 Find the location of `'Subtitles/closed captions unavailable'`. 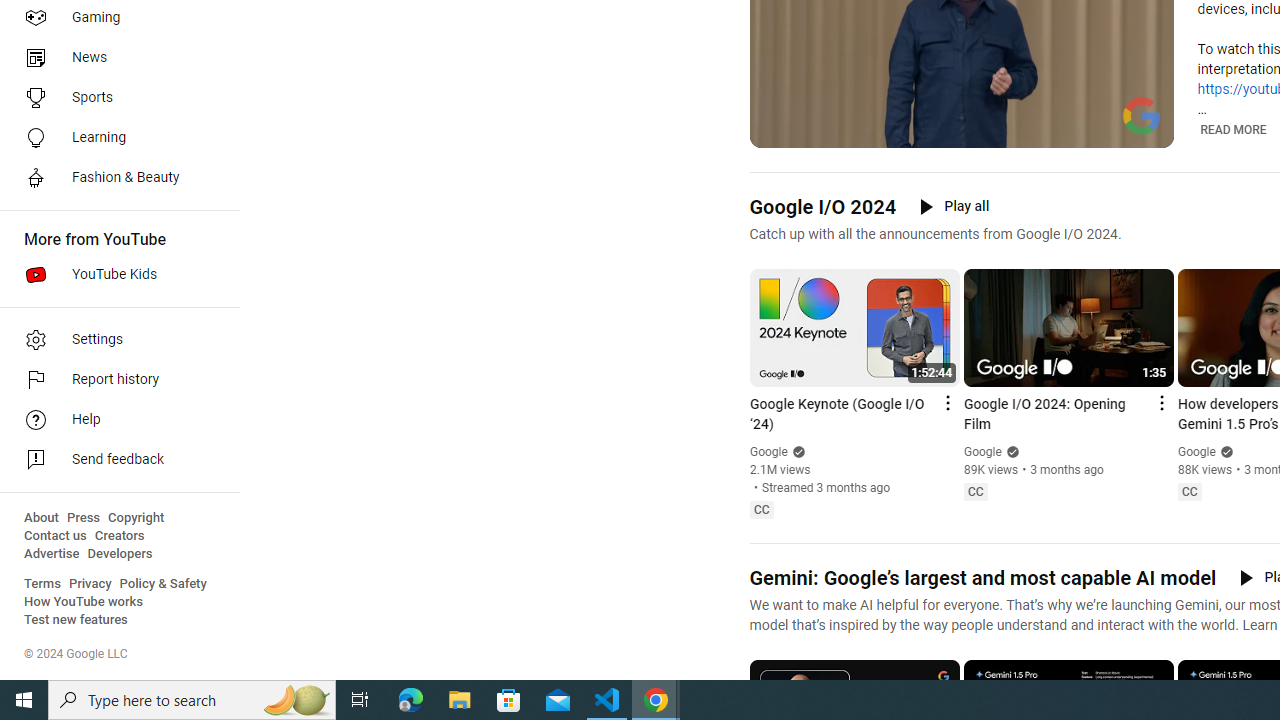

'Subtitles/closed captions unavailable' is located at coordinates (1071, 130).